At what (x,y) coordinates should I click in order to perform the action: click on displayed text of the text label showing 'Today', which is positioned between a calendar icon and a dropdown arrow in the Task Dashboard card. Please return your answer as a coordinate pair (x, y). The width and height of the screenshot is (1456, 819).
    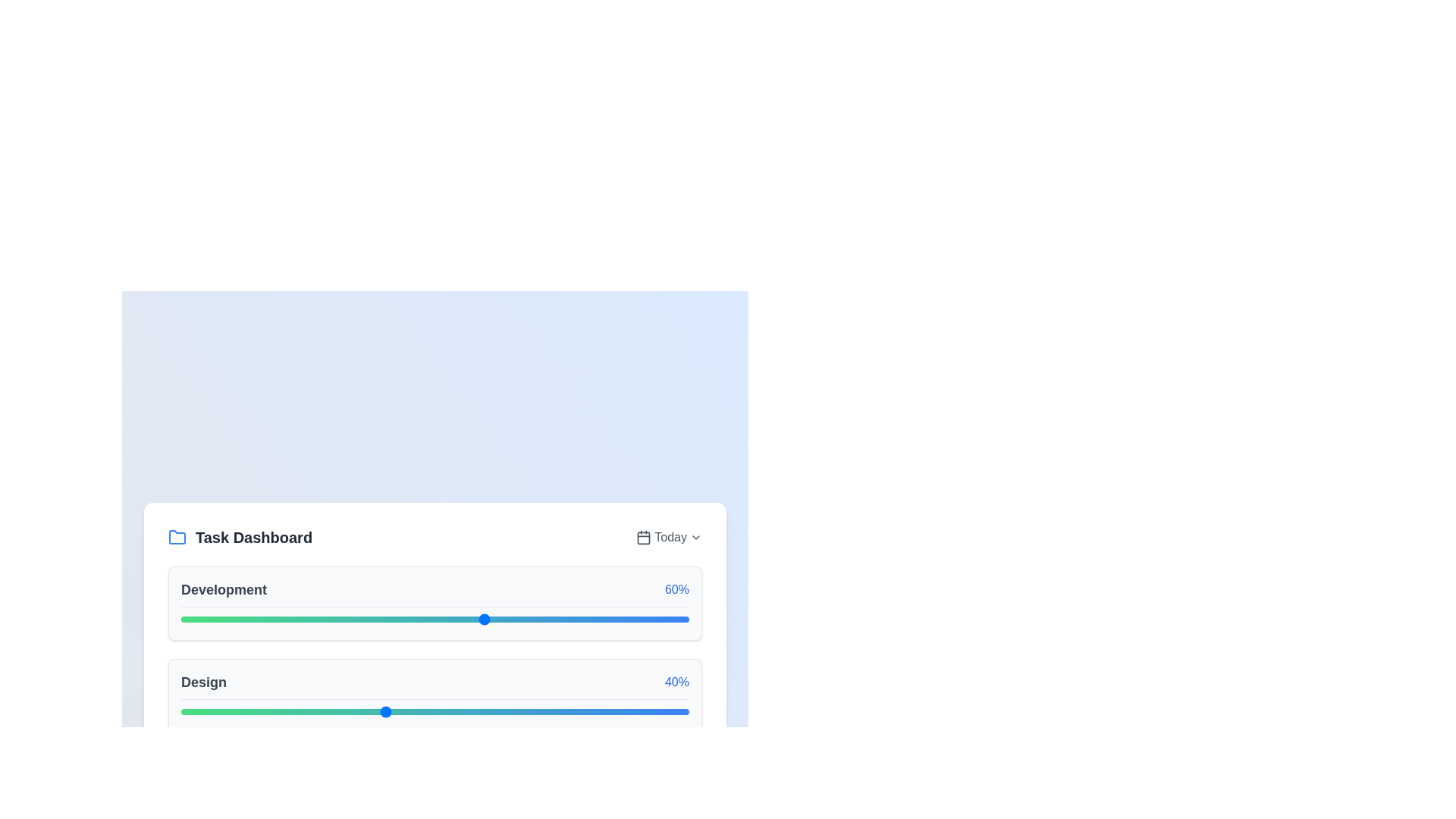
    Looking at the image, I should click on (670, 537).